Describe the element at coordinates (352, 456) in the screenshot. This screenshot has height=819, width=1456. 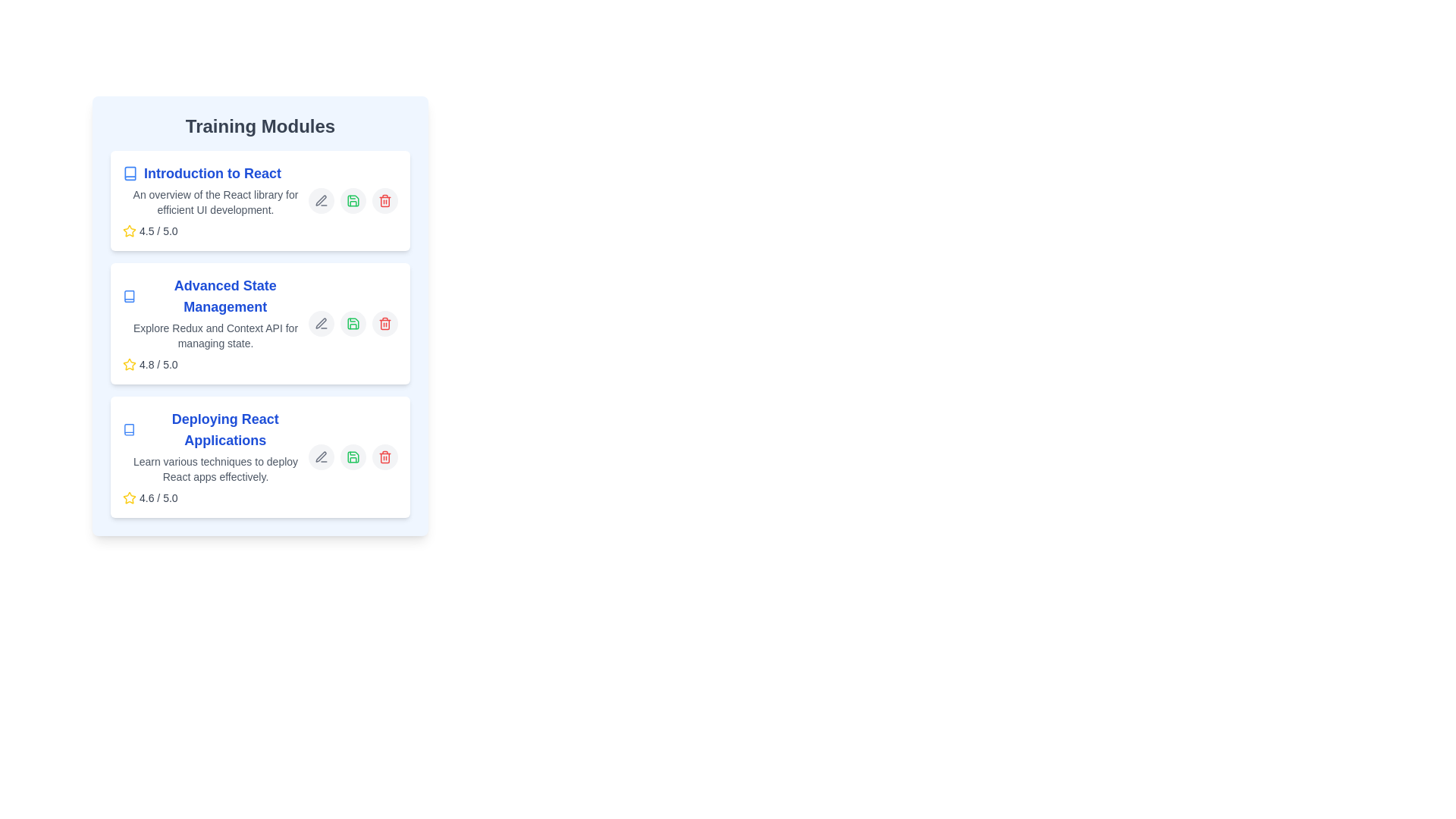
I see `the save button in the 'Deploying React Applications' module` at that location.